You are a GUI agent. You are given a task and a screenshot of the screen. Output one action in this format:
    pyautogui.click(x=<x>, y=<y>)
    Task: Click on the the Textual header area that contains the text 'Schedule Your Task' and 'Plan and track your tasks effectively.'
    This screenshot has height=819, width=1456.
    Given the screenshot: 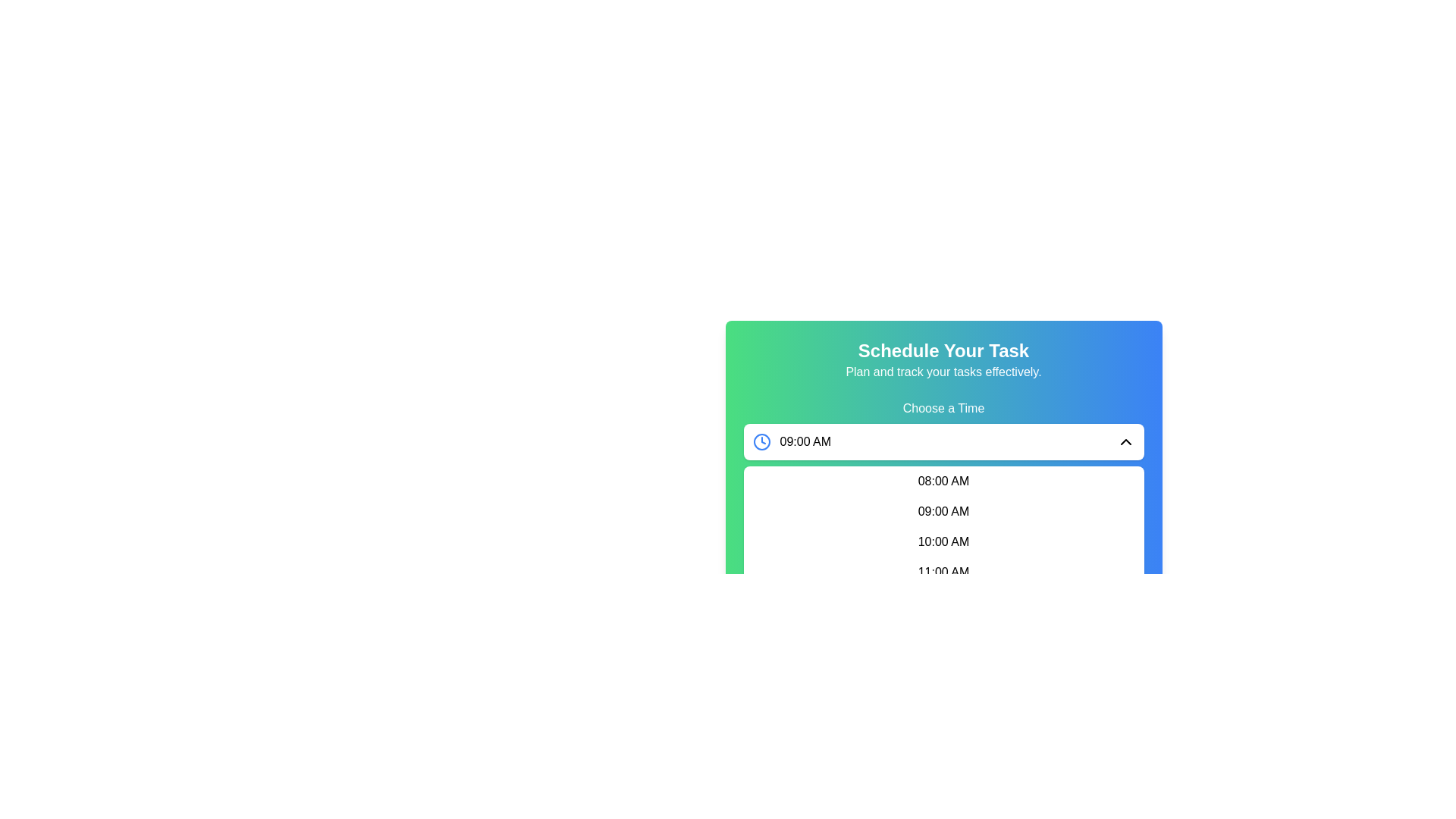 What is the action you would take?
    pyautogui.click(x=943, y=359)
    